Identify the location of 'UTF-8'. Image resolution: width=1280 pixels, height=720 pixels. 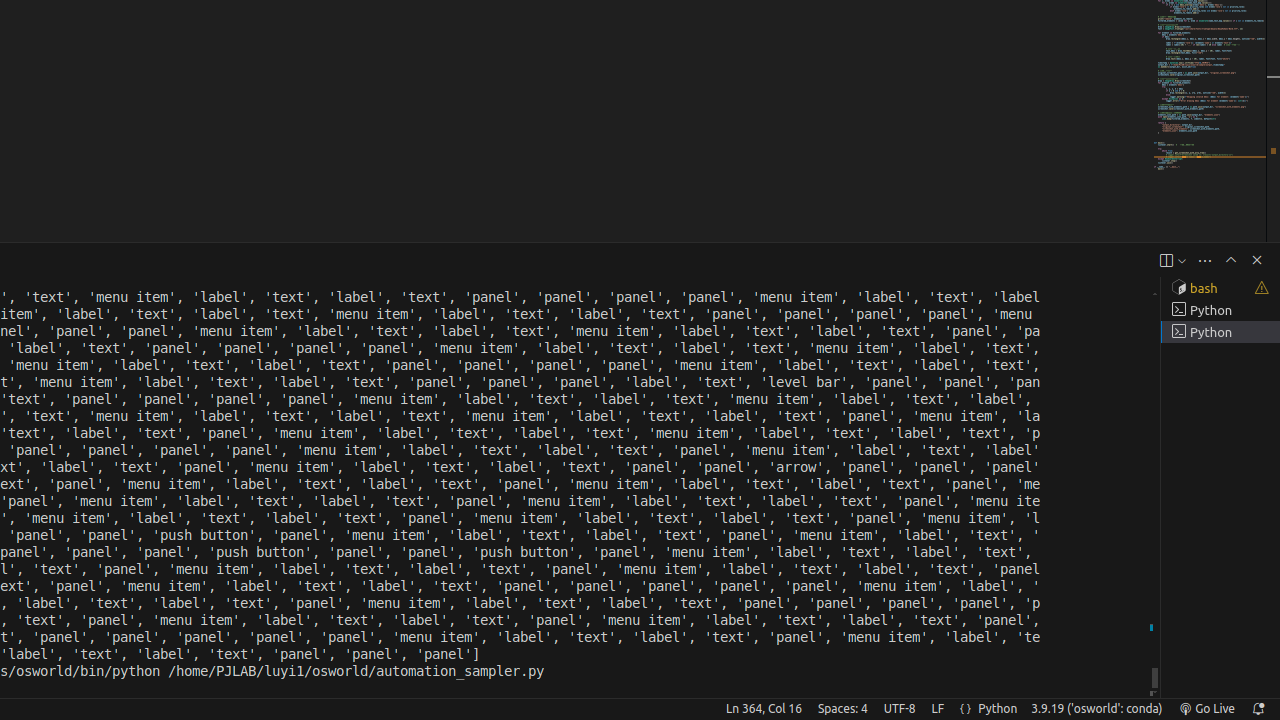
(898, 707).